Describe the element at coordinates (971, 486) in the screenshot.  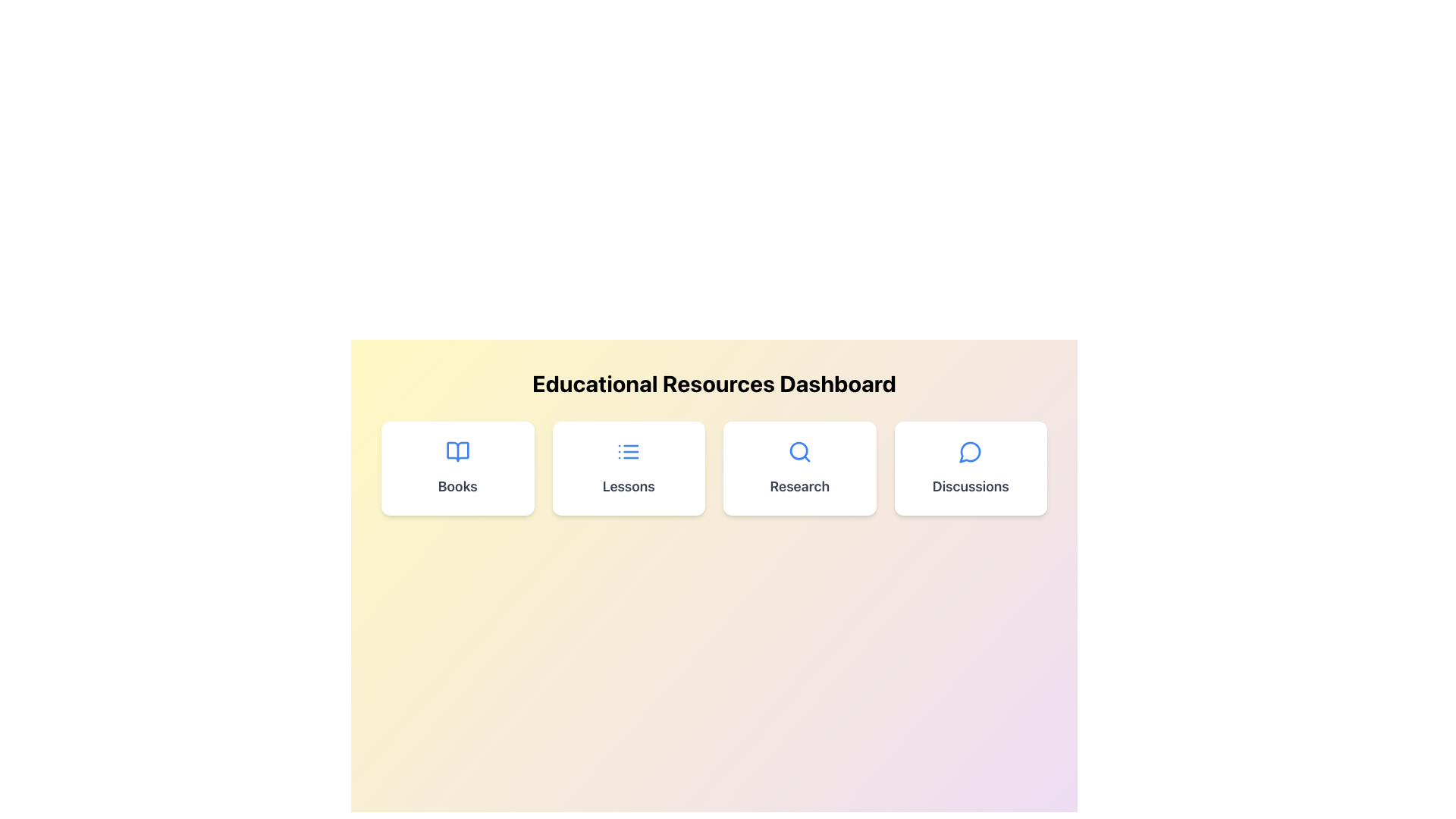
I see `the 'Discussions' label, which is positioned at the far-right of a horizontal row of cards labeled 'Books', 'Lessons', and 'Research'` at that location.